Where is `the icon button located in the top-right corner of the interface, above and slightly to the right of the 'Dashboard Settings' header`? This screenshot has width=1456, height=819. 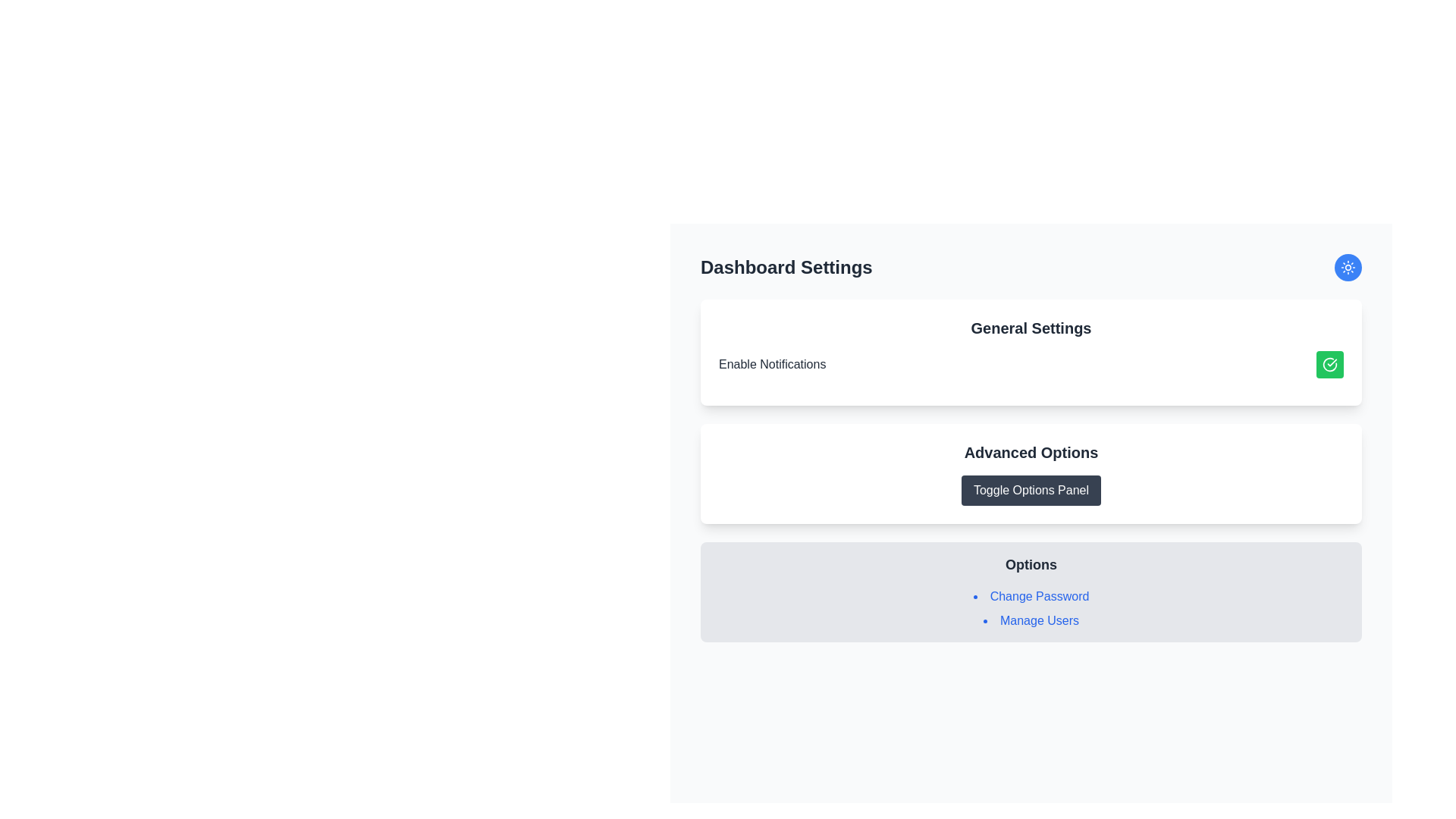
the icon button located in the top-right corner of the interface, above and slightly to the right of the 'Dashboard Settings' header is located at coordinates (1348, 267).